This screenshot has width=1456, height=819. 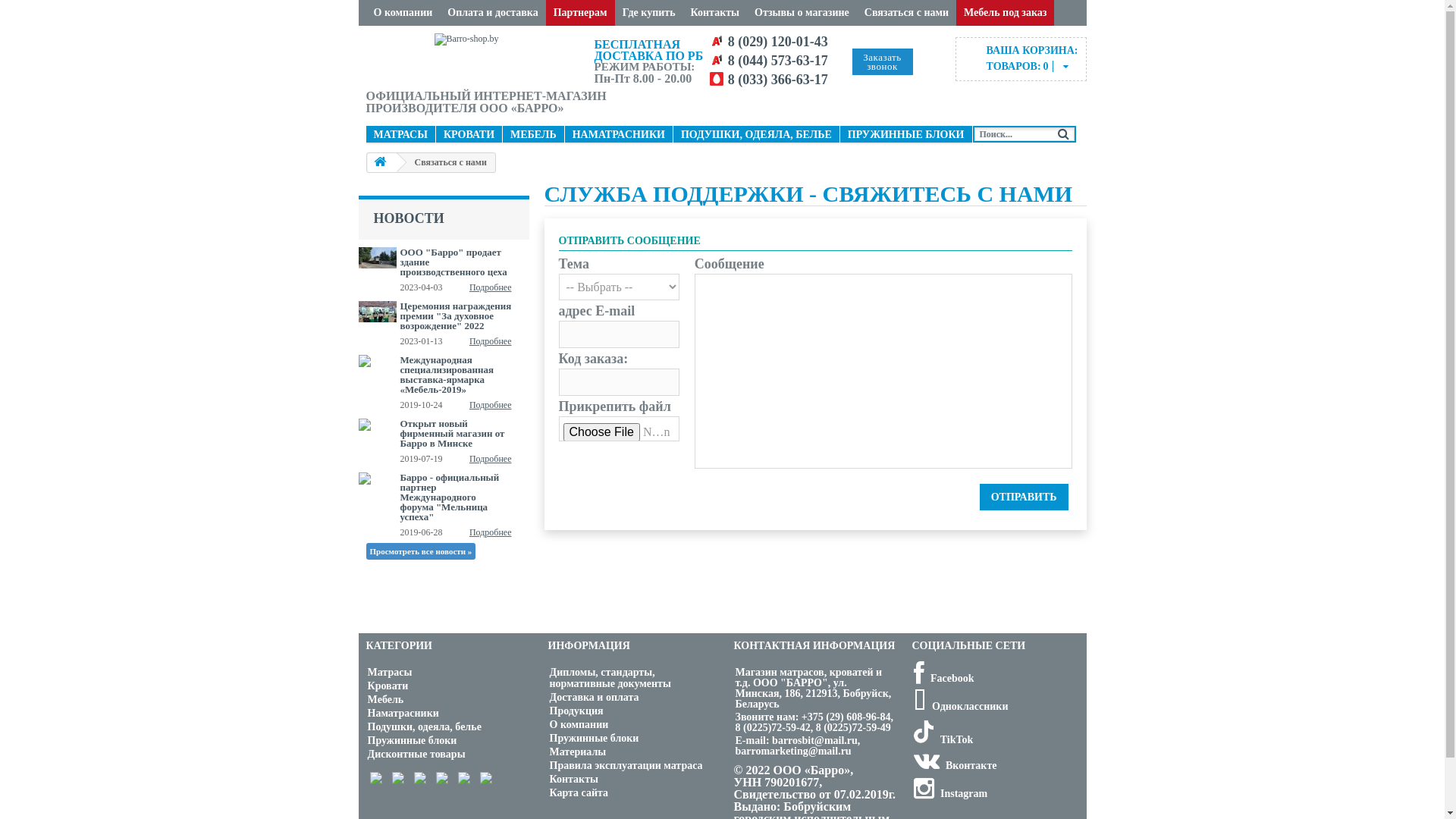 I want to click on '8 (033) 366-63-17', so click(x=728, y=79).